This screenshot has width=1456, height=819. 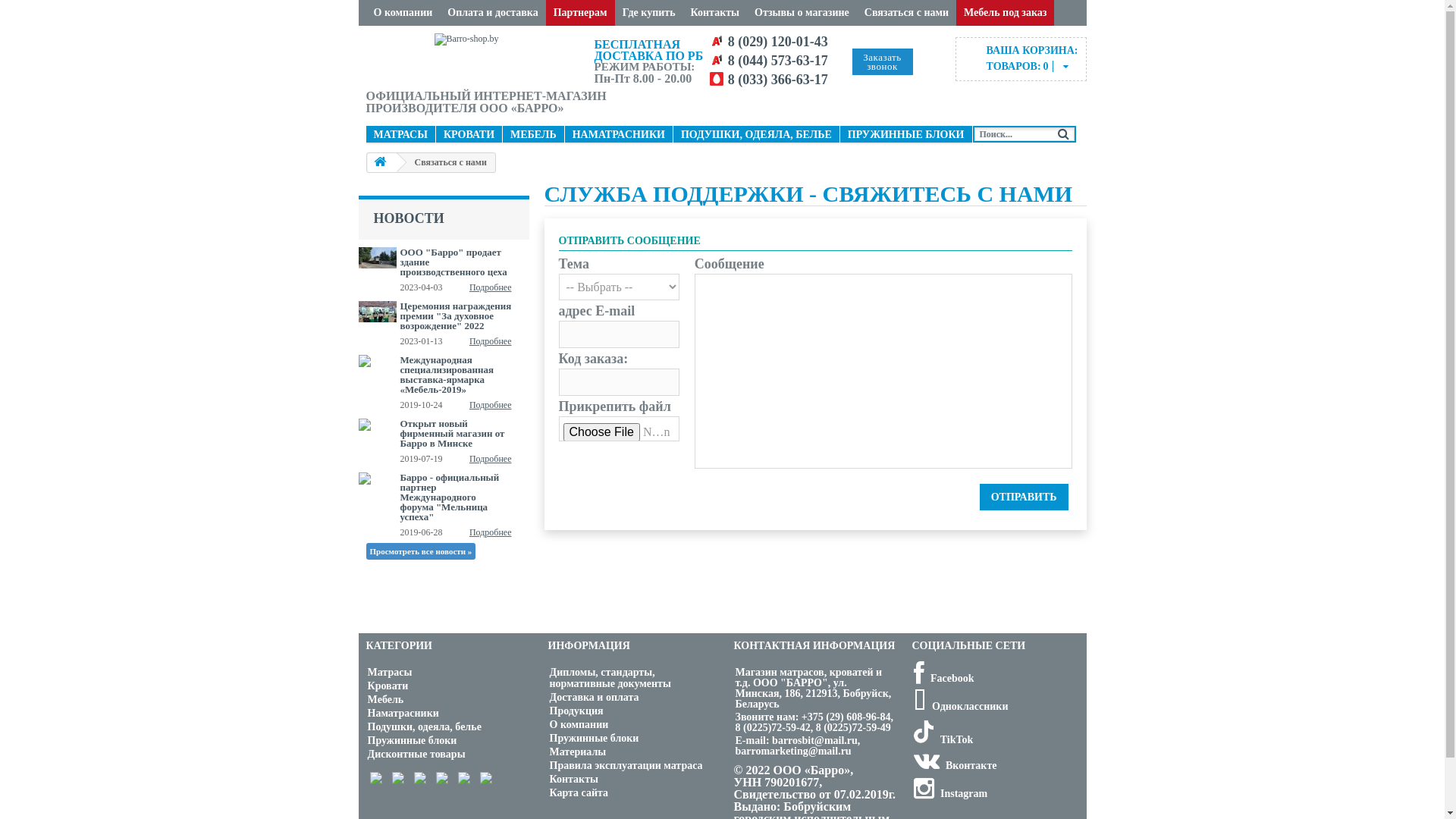 I want to click on '8 (033) 366-63-17', so click(x=728, y=79).